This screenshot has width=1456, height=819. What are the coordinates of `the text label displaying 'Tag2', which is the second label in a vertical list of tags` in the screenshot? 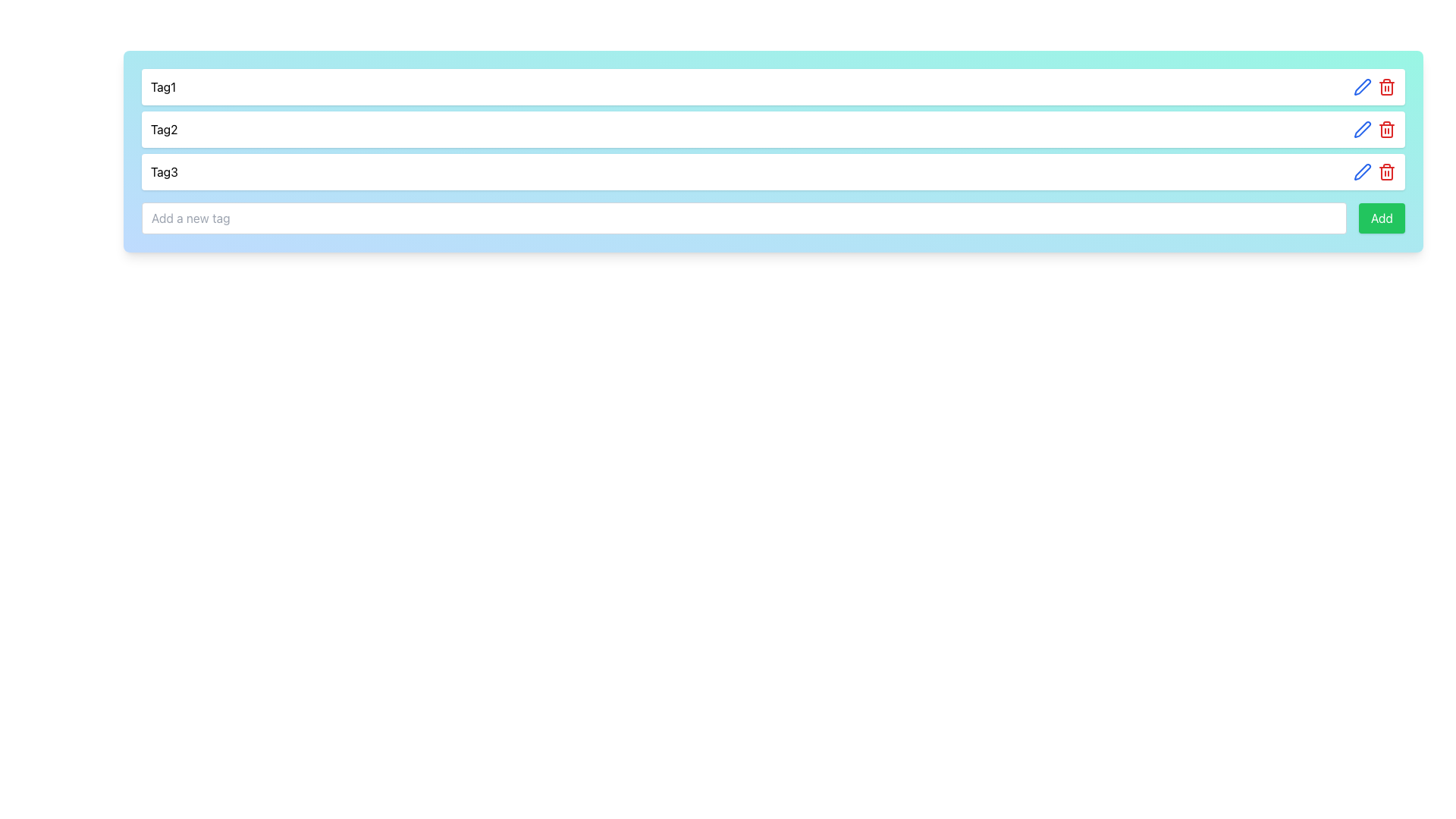 It's located at (164, 128).